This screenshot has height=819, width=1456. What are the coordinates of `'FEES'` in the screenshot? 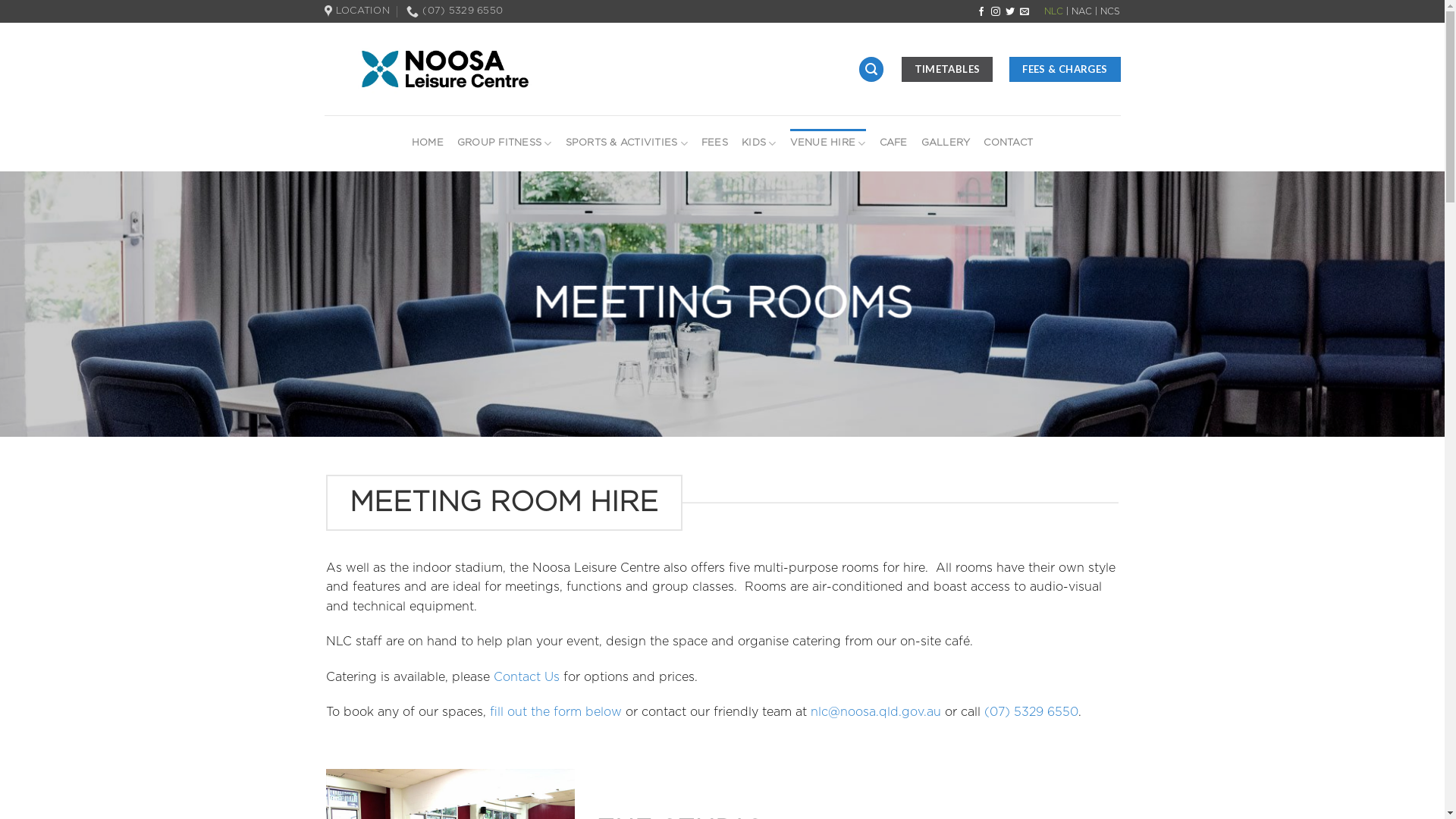 It's located at (701, 143).